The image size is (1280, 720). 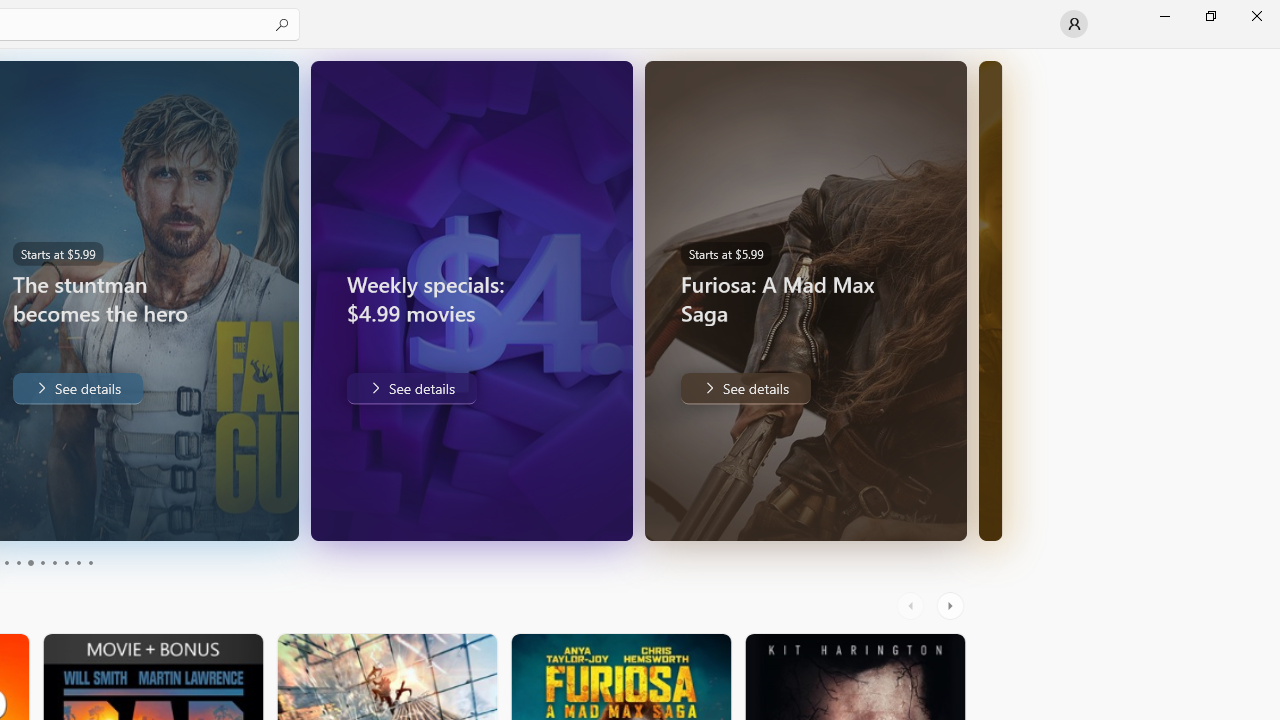 I want to click on 'Page 5', so click(x=30, y=563).